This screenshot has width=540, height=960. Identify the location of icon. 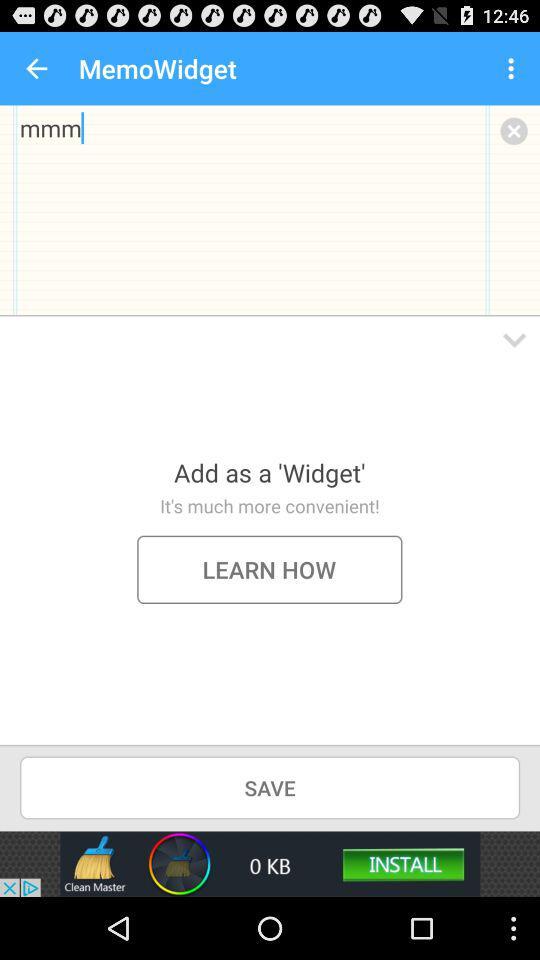
(514, 129).